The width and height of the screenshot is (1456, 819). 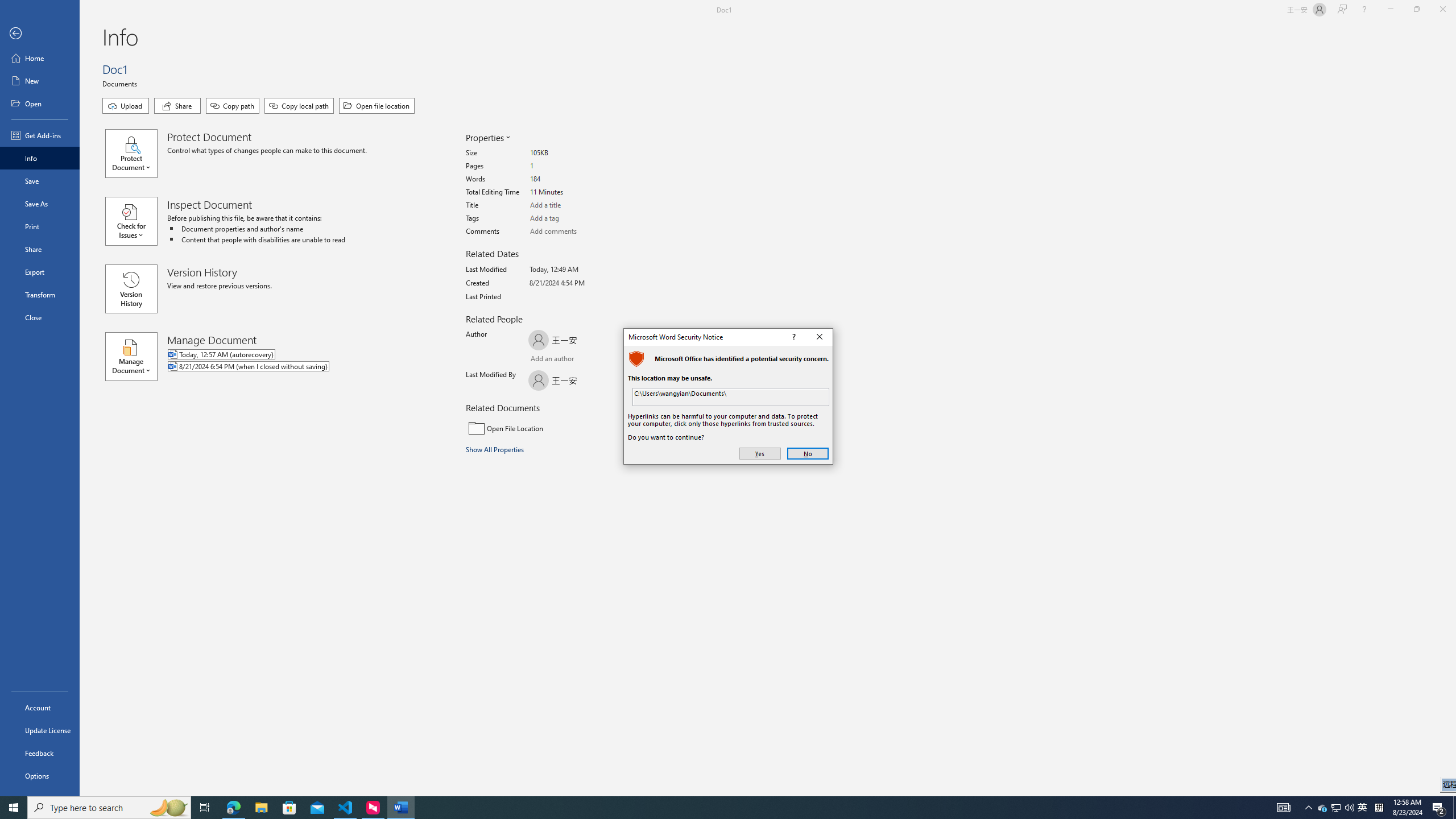 What do you see at coordinates (793, 336) in the screenshot?
I see `'Context help'` at bounding box center [793, 336].